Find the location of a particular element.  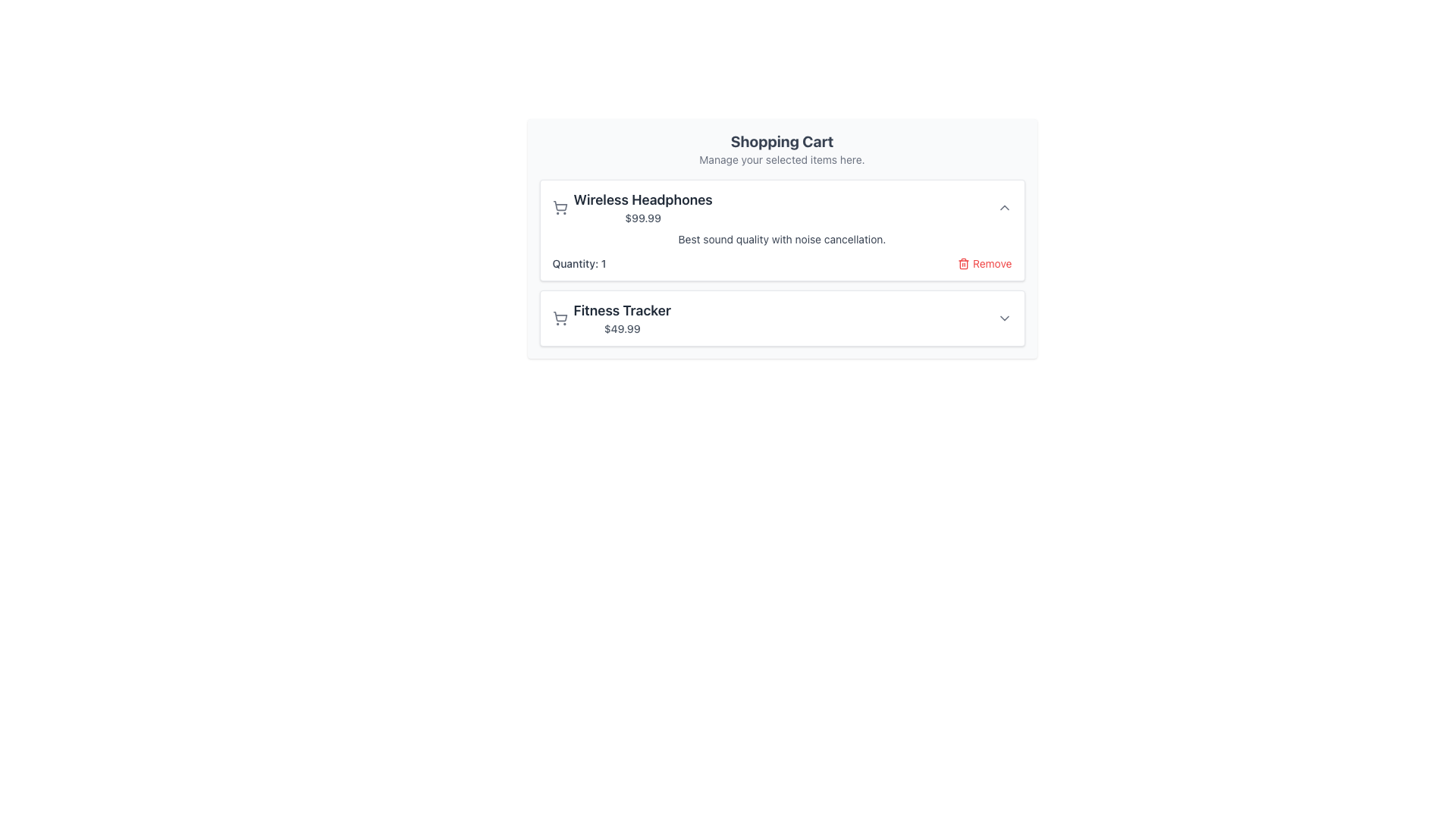

the Text Display Area displaying 'Fitness Tracker' with the price '$49.99' located in the lower row of the shopping cart list is located at coordinates (622, 318).